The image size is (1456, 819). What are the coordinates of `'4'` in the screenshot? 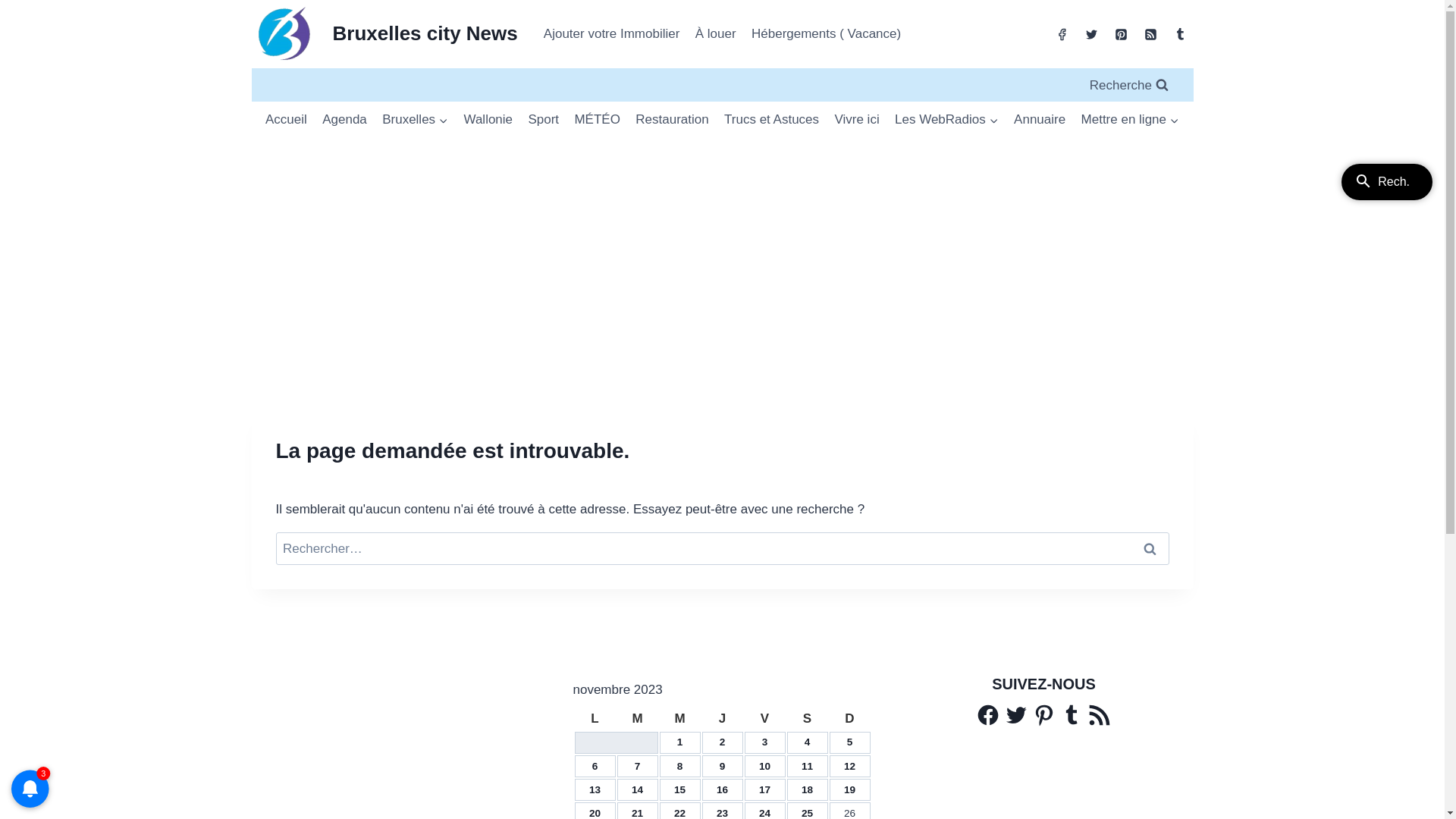 It's located at (807, 741).